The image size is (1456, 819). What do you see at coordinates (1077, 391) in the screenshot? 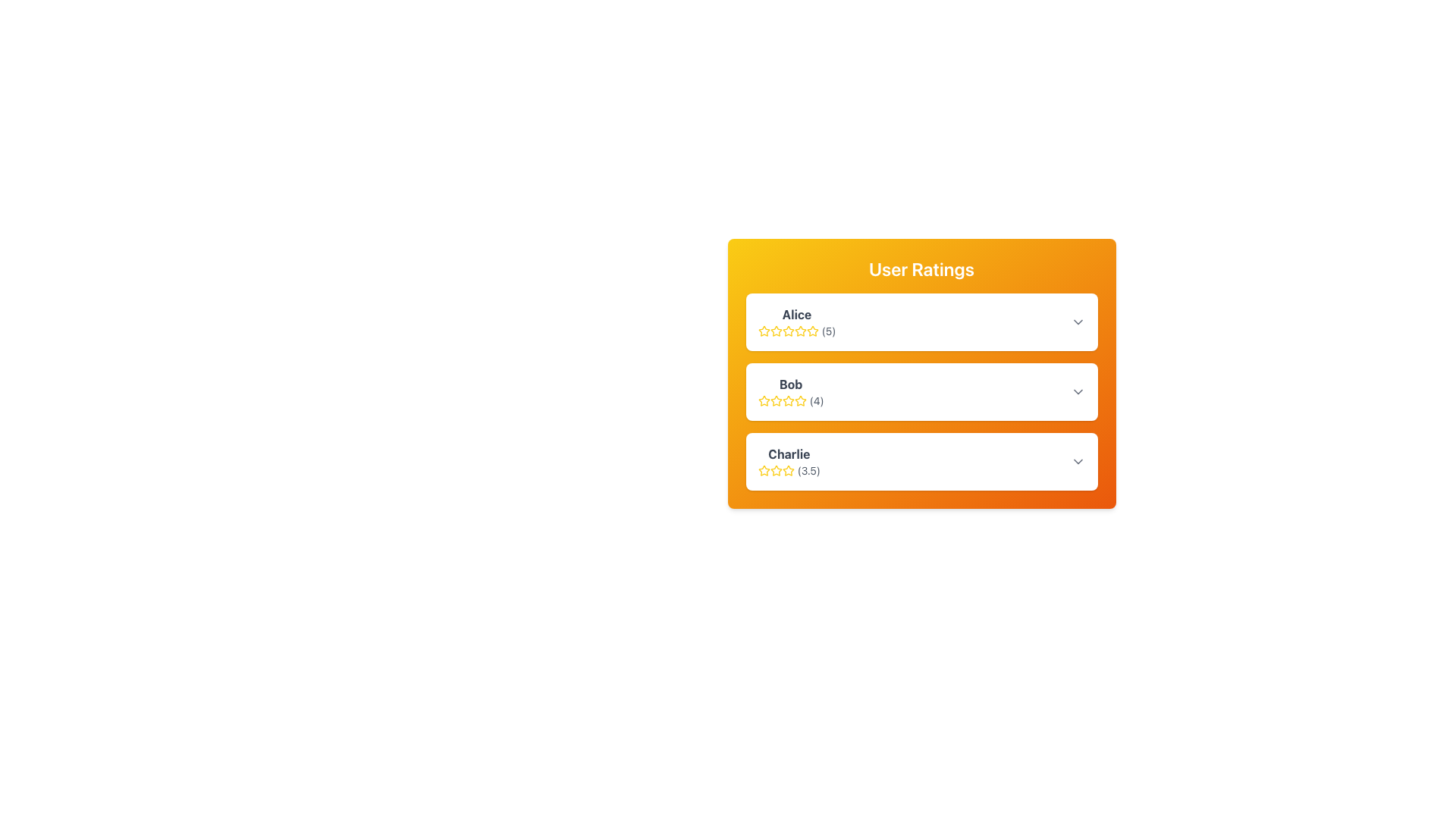
I see `the downward-facing chevron icon button associated with the 'Bob' rating section` at bounding box center [1077, 391].